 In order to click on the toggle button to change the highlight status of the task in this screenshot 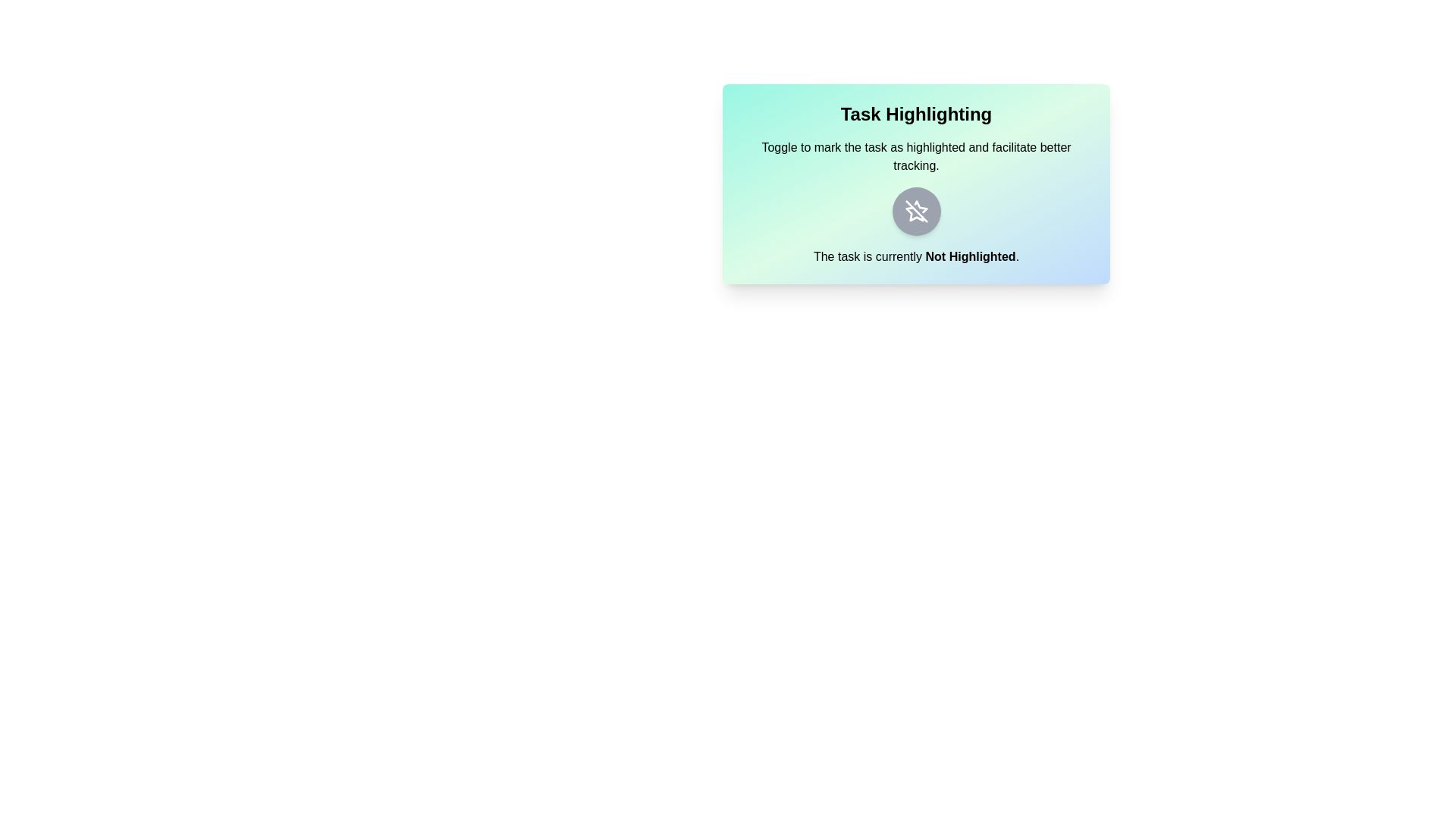, I will do `click(915, 211)`.